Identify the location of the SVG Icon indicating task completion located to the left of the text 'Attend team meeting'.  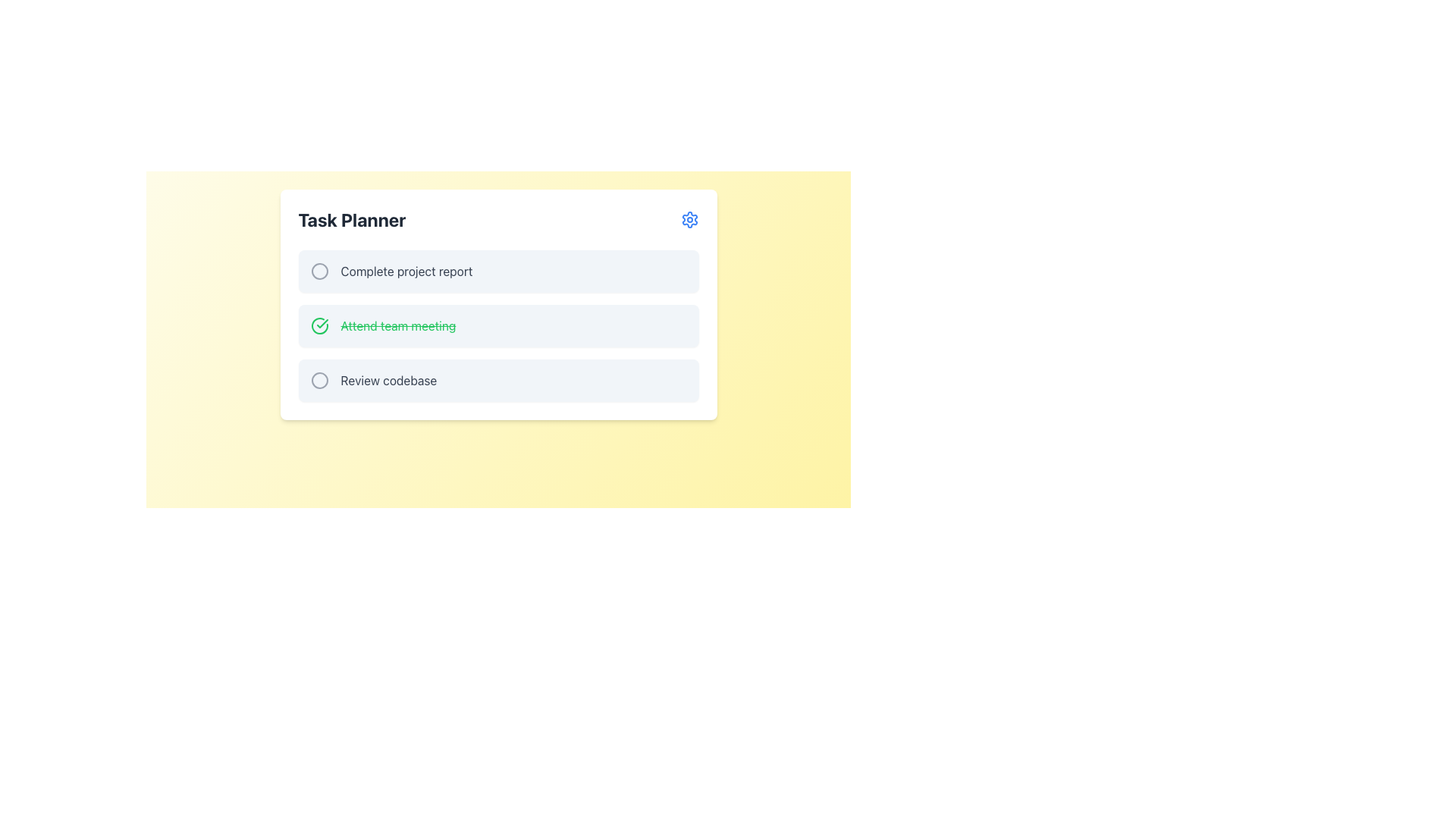
(318, 325).